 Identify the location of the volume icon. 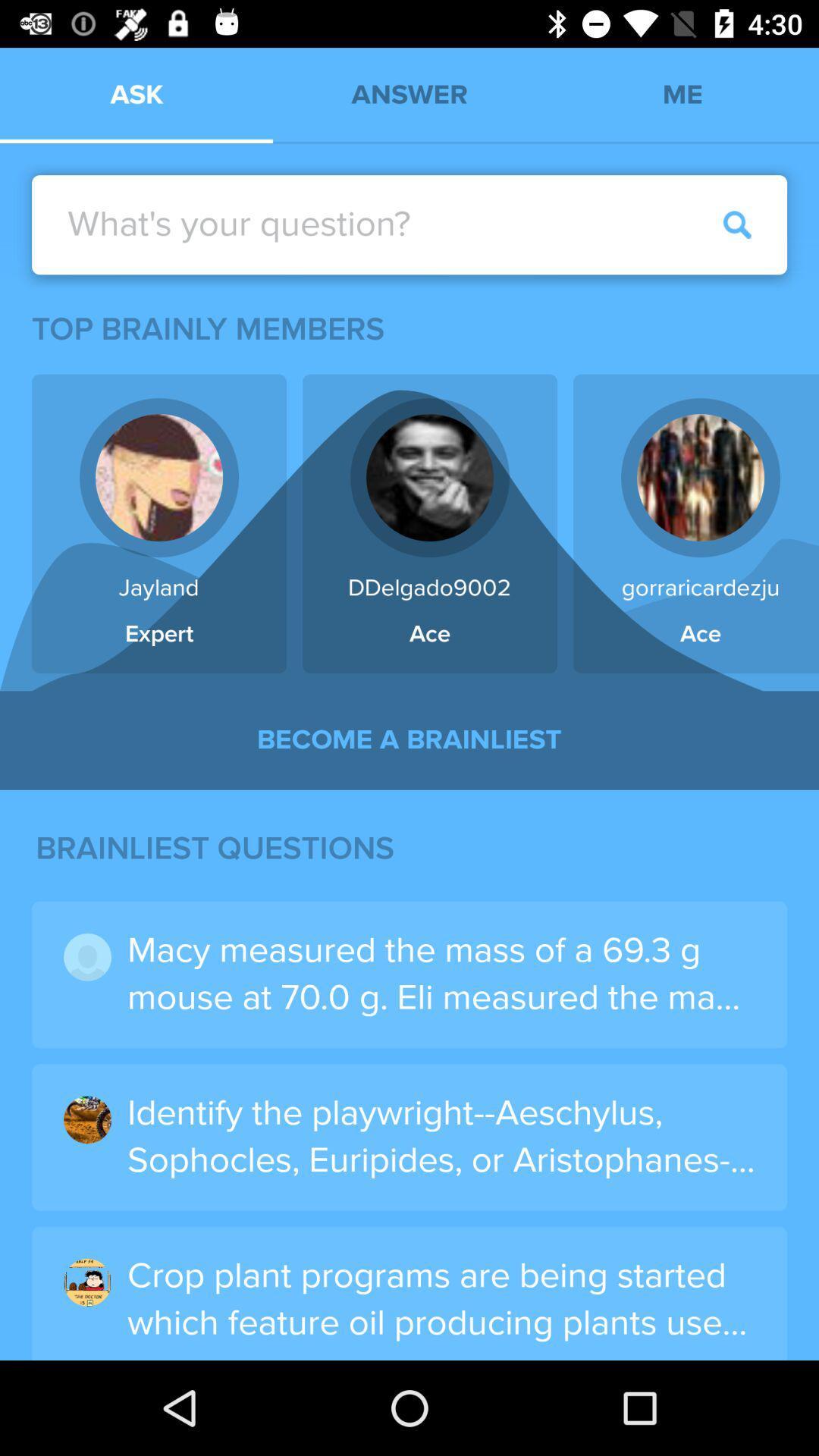
(67, 216).